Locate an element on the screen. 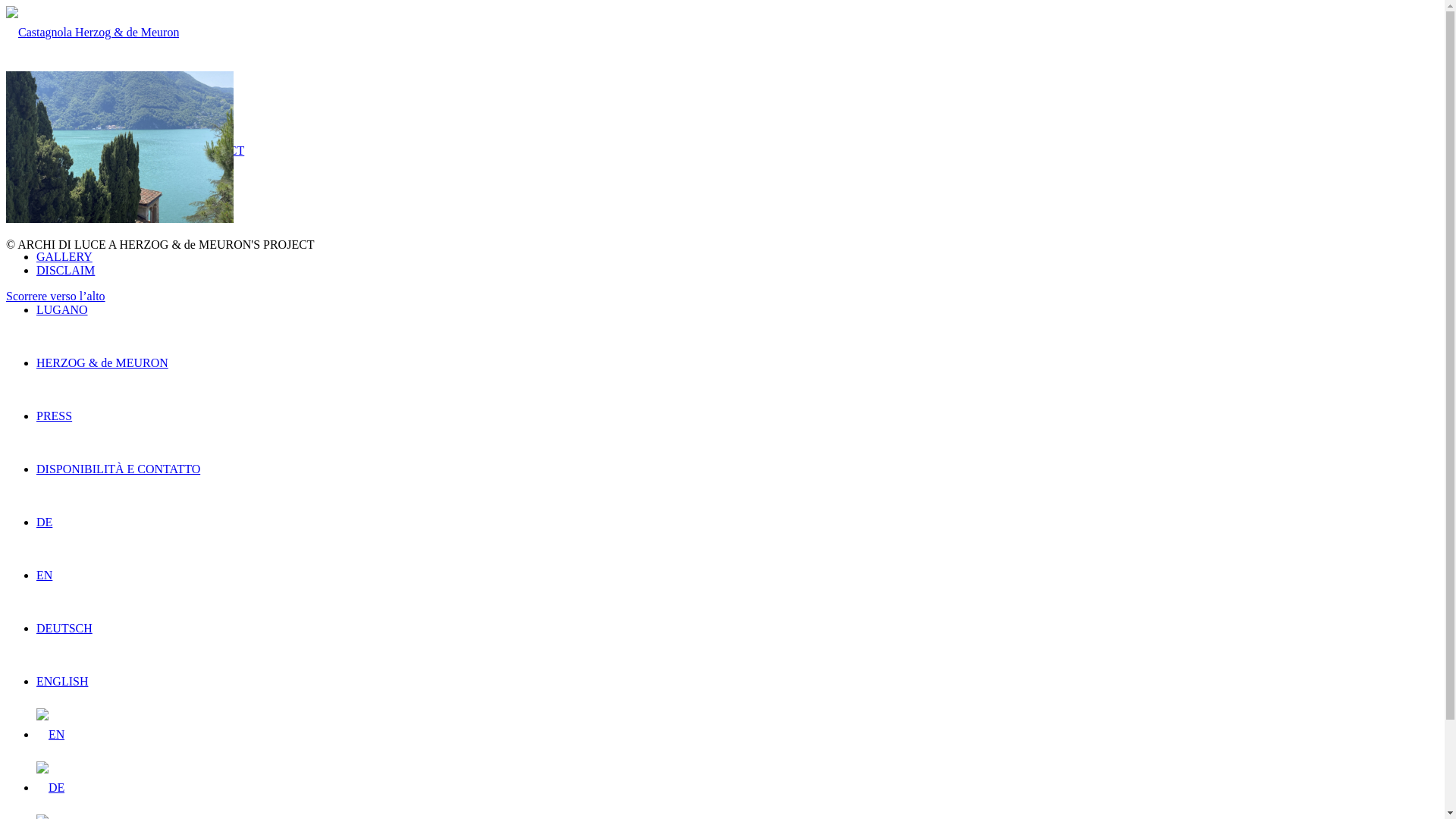 The width and height of the screenshot is (1456, 819). 'HERZOG & de MEURON' is located at coordinates (36, 362).